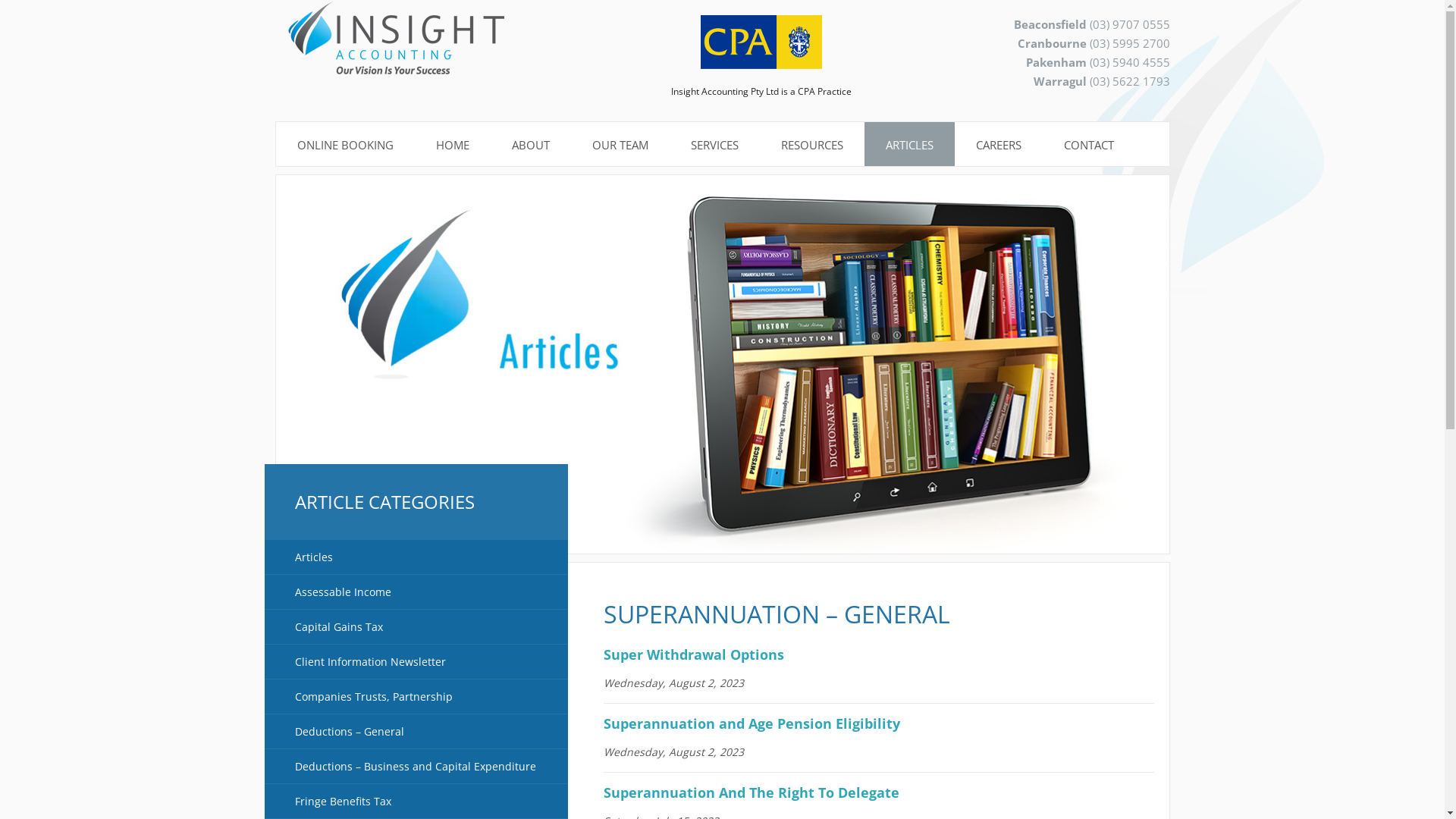 The height and width of the screenshot is (819, 1456). Describe the element at coordinates (450, 145) in the screenshot. I see `'HOME'` at that location.